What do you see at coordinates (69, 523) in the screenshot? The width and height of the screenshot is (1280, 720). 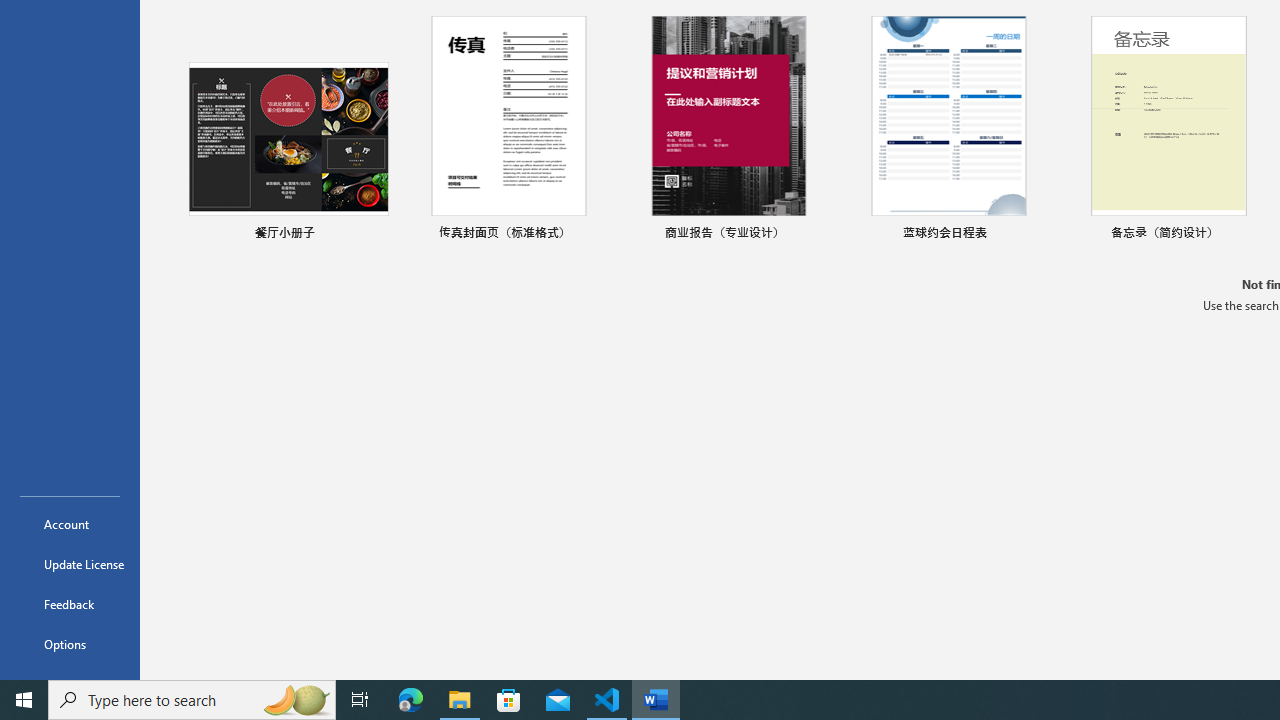 I see `'Account'` at bounding box center [69, 523].